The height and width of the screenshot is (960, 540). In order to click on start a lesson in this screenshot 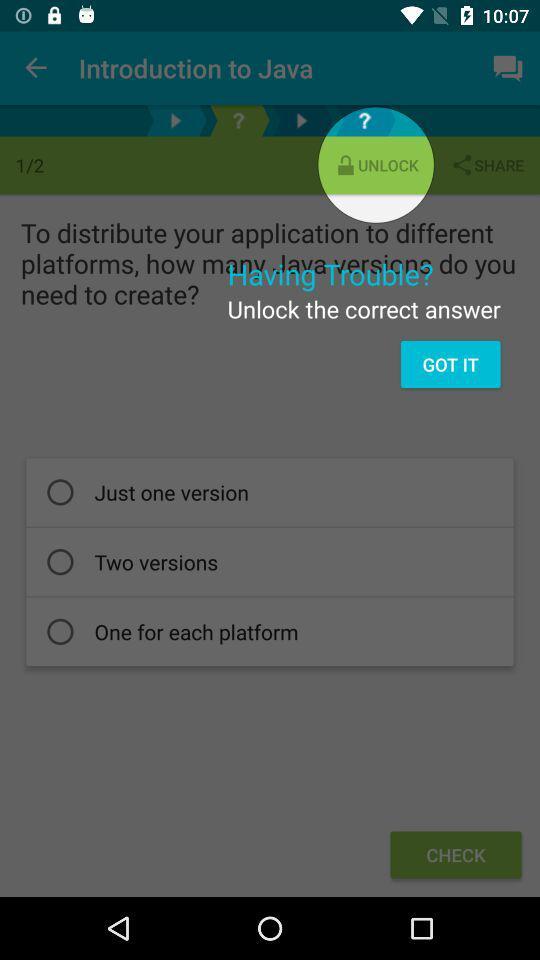, I will do `click(300, 120)`.